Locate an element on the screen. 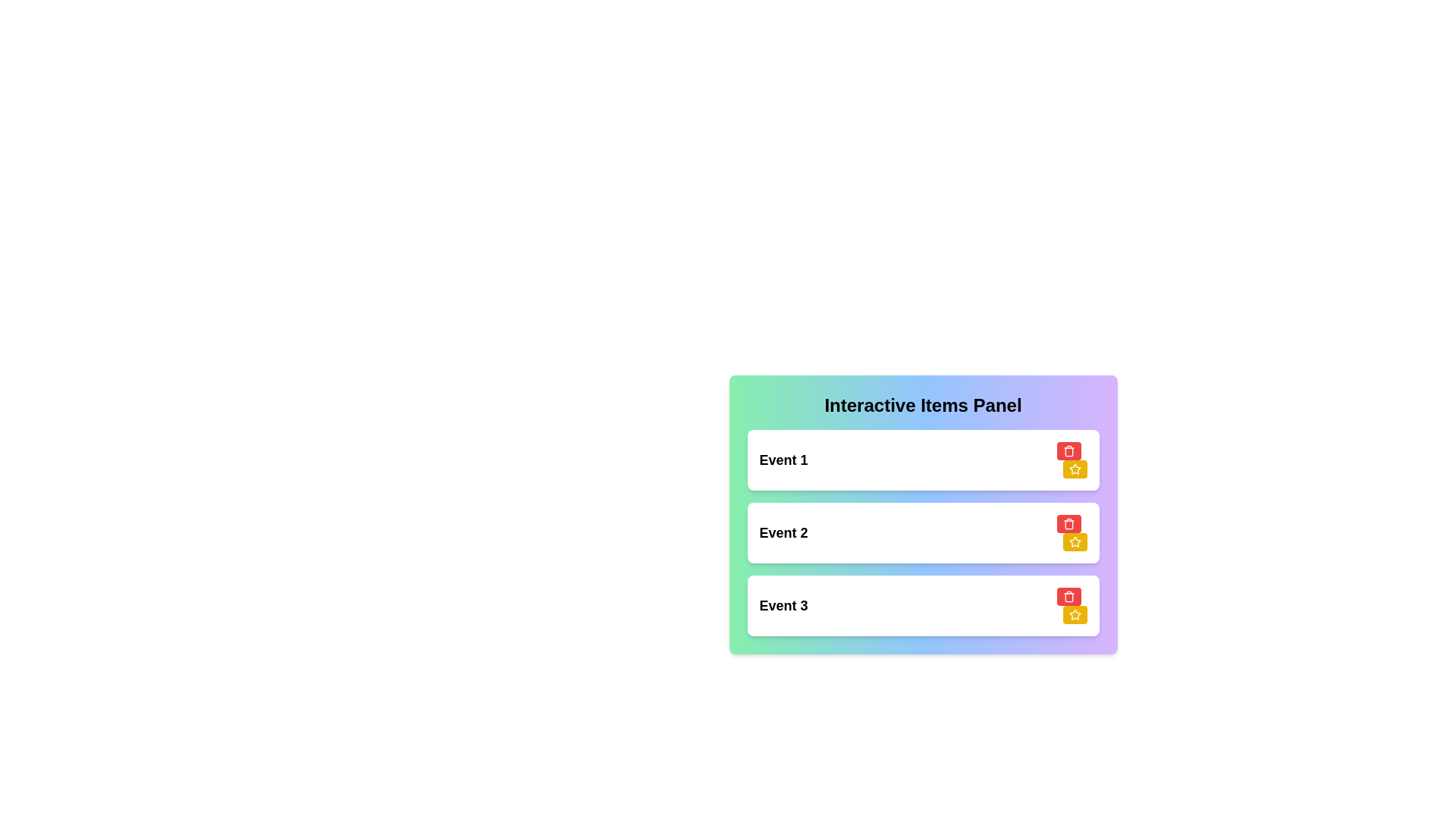  the yellow star-shaped icon in the 'Interactive Items Panel' is located at coordinates (1074, 541).